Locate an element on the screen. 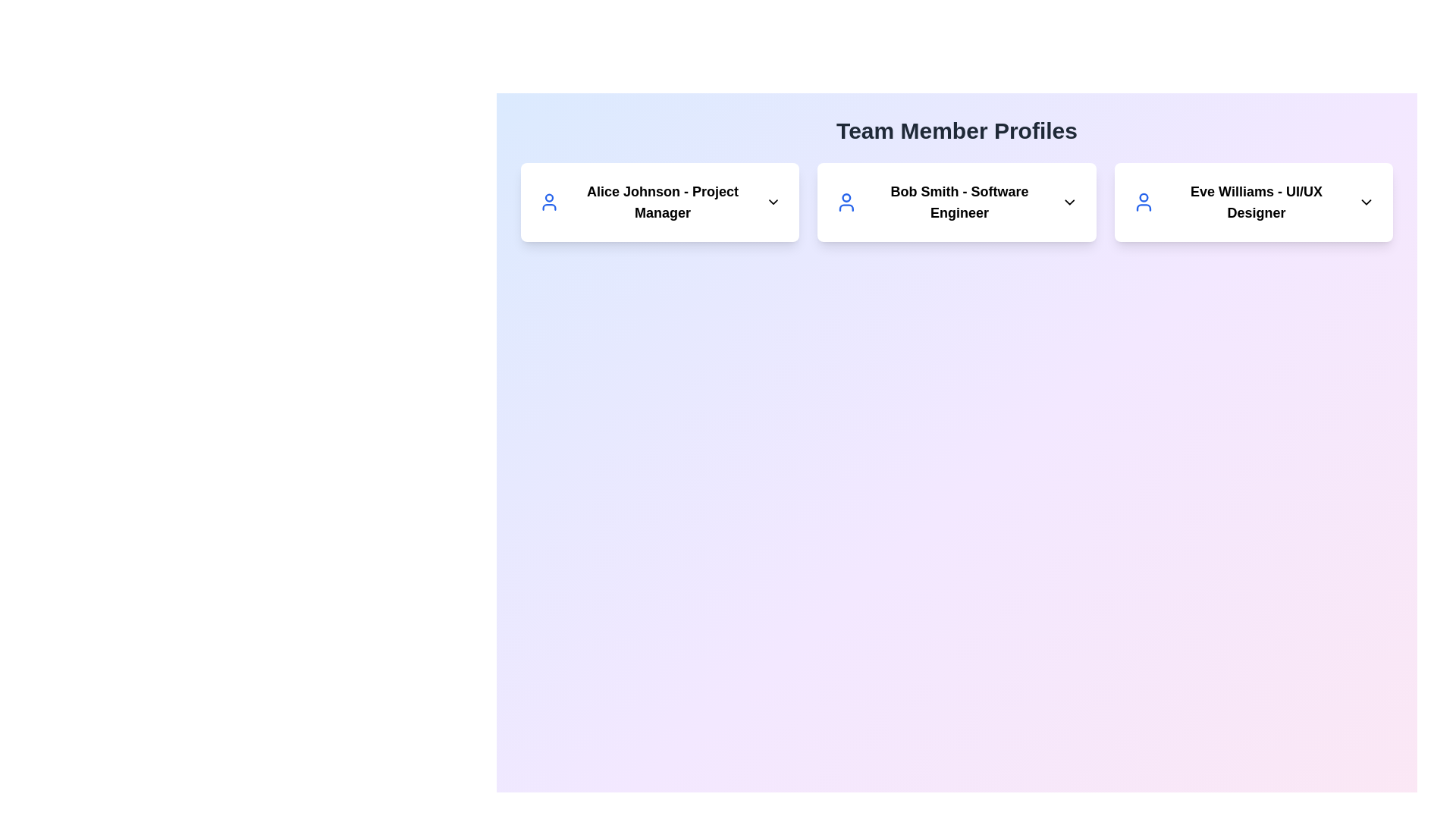  the text label displaying 'Alice Johnson - Project Manager' which includes a user icon on the left and a downward chevron on the right, located in the first card of the 'Team Member Profiles' section is located at coordinates (660, 201).